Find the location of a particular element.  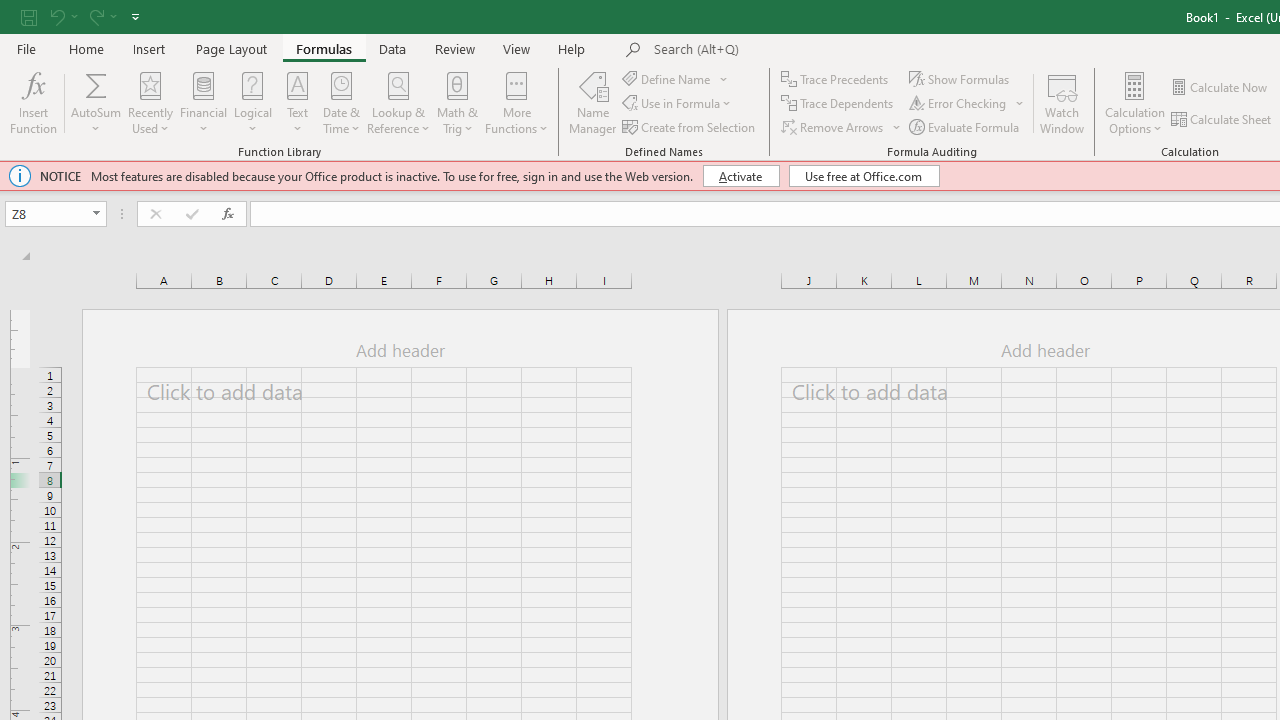

'Define Name' is located at coordinates (676, 78).